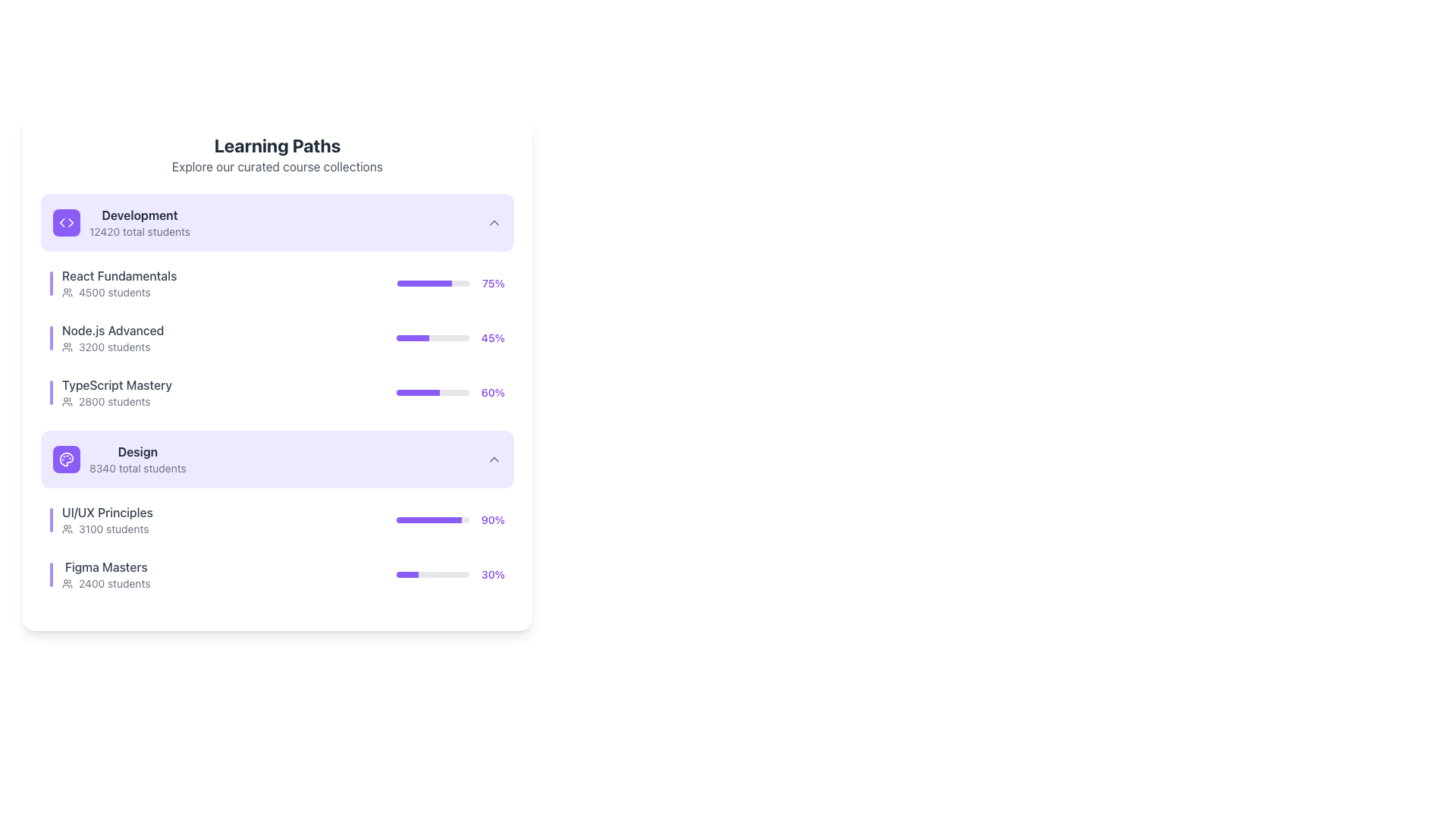 This screenshot has width=1456, height=819. What do you see at coordinates (112, 284) in the screenshot?
I see `the first list item displaying 'React Fundamentals'` at bounding box center [112, 284].